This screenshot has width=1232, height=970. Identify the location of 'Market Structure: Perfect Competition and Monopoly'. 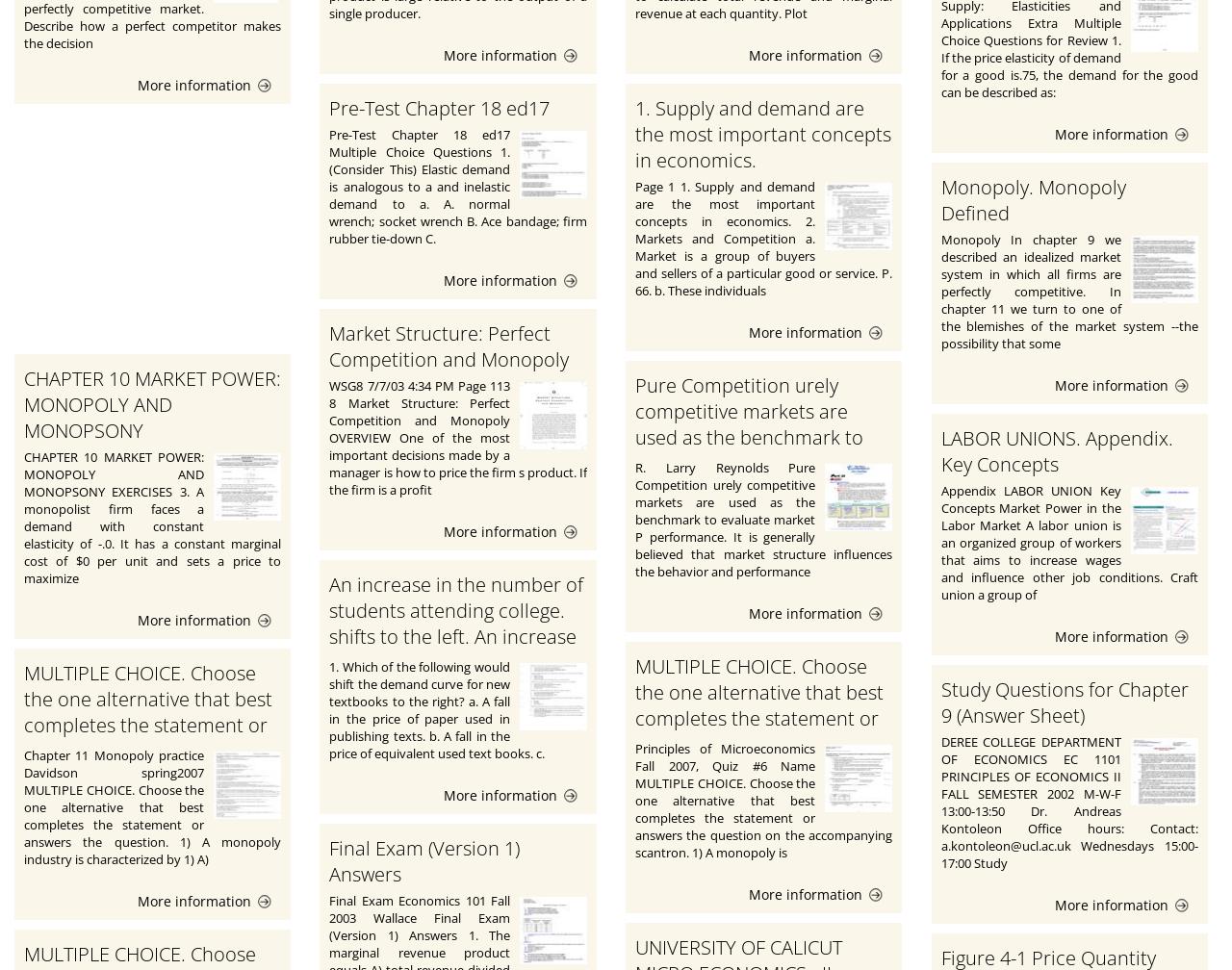
(448, 345).